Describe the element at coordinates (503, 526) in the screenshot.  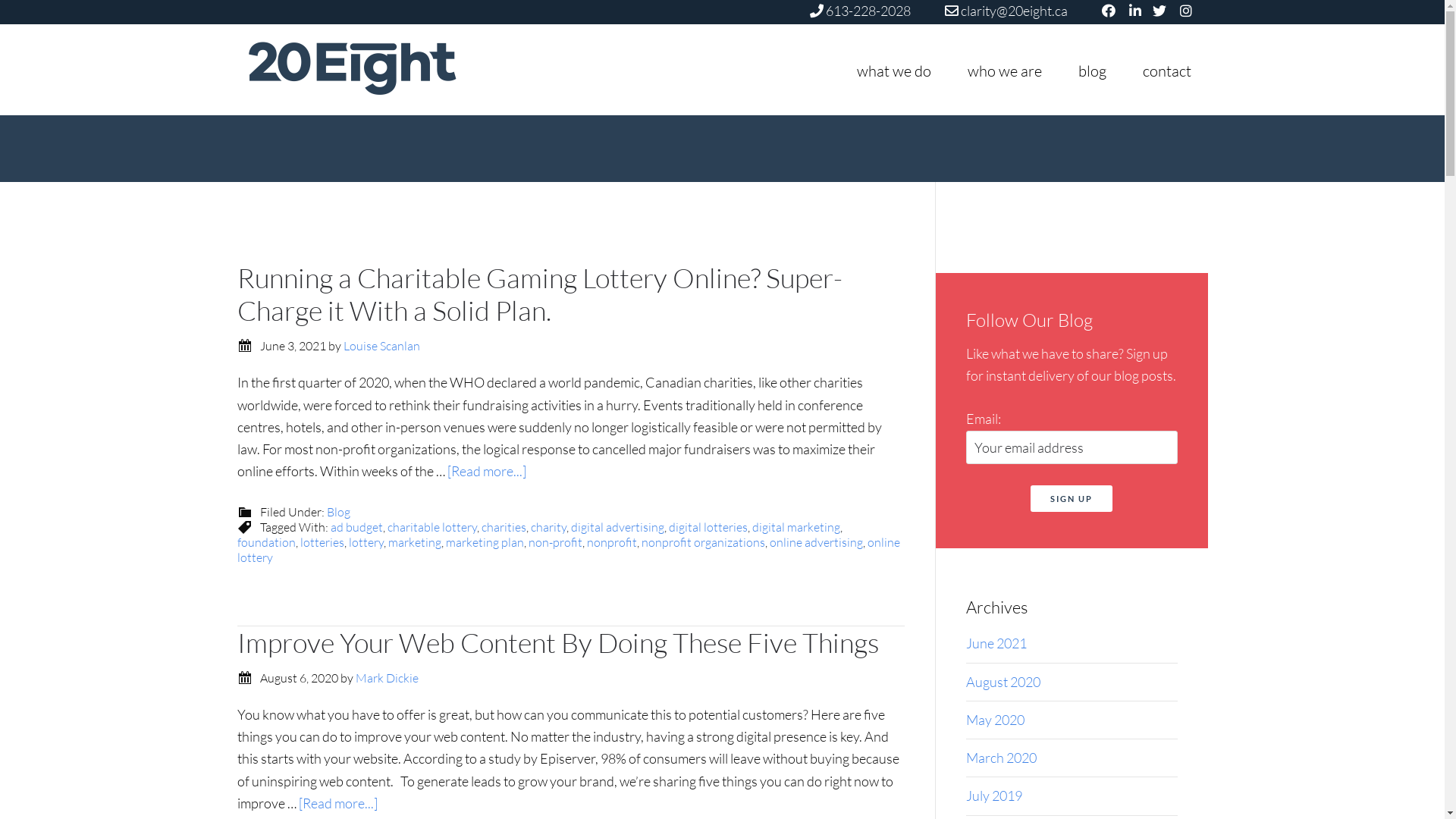
I see `'charities'` at that location.